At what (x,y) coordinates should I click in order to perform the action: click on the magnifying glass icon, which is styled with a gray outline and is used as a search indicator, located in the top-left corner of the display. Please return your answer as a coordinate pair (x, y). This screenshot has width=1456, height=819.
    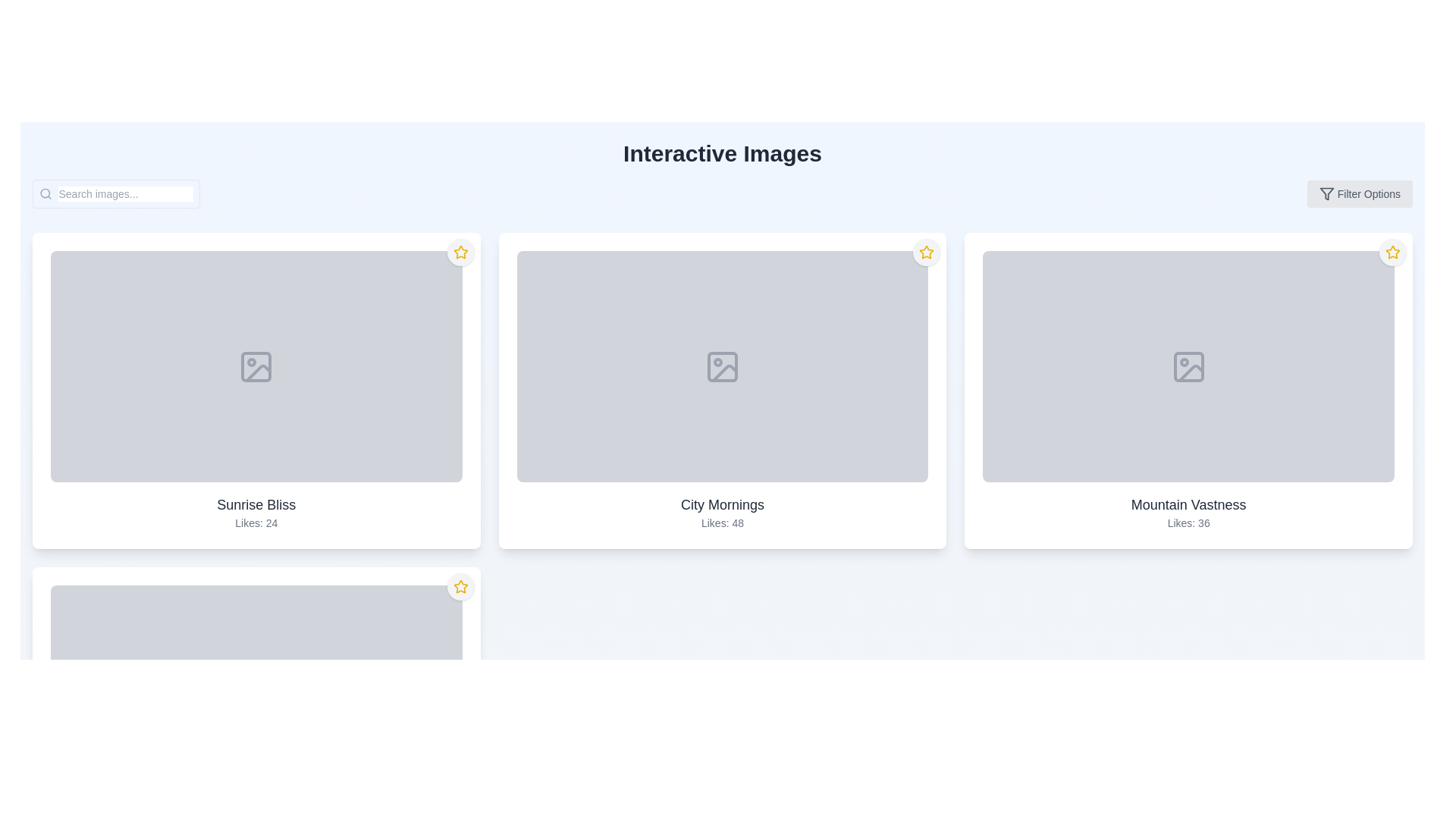
    Looking at the image, I should click on (45, 193).